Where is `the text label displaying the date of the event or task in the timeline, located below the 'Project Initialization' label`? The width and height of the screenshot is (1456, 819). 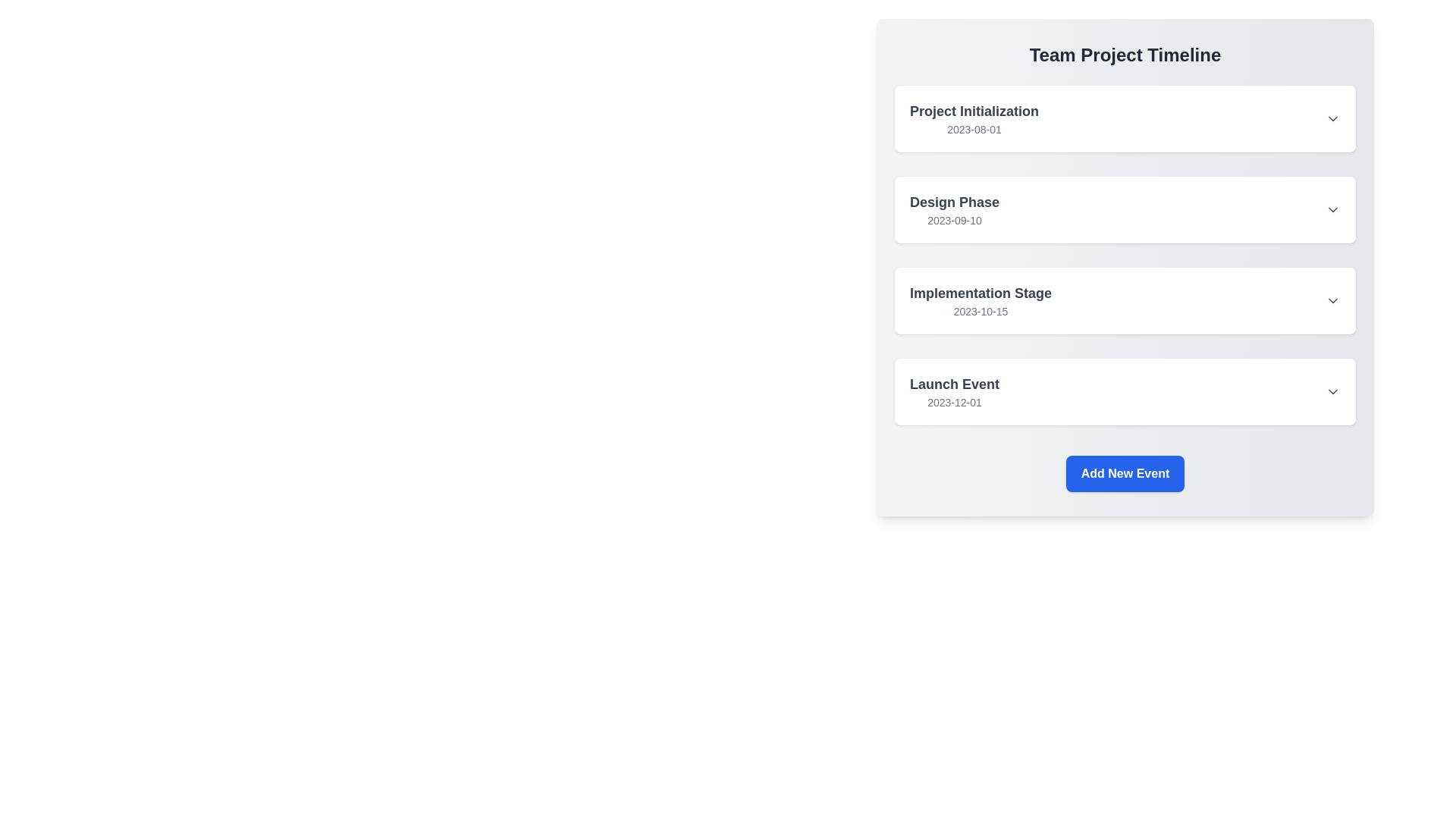 the text label displaying the date of the event or task in the timeline, located below the 'Project Initialization' label is located at coordinates (974, 128).